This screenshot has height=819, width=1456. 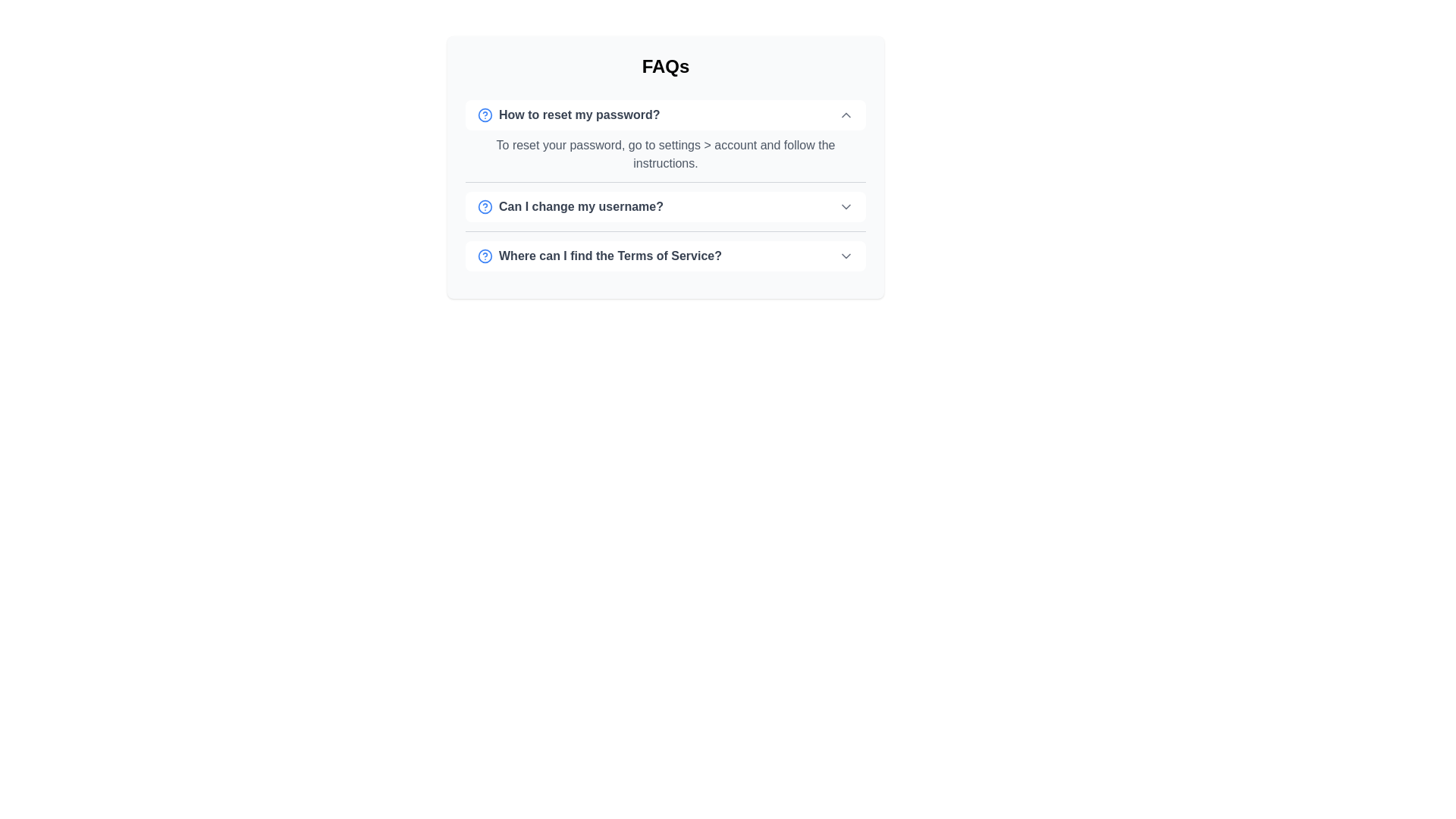 I want to click on the downward-pointing chevron icon located at the far right of the FAQ section titled 'Where can I find the Terms of Service?', so click(x=846, y=256).